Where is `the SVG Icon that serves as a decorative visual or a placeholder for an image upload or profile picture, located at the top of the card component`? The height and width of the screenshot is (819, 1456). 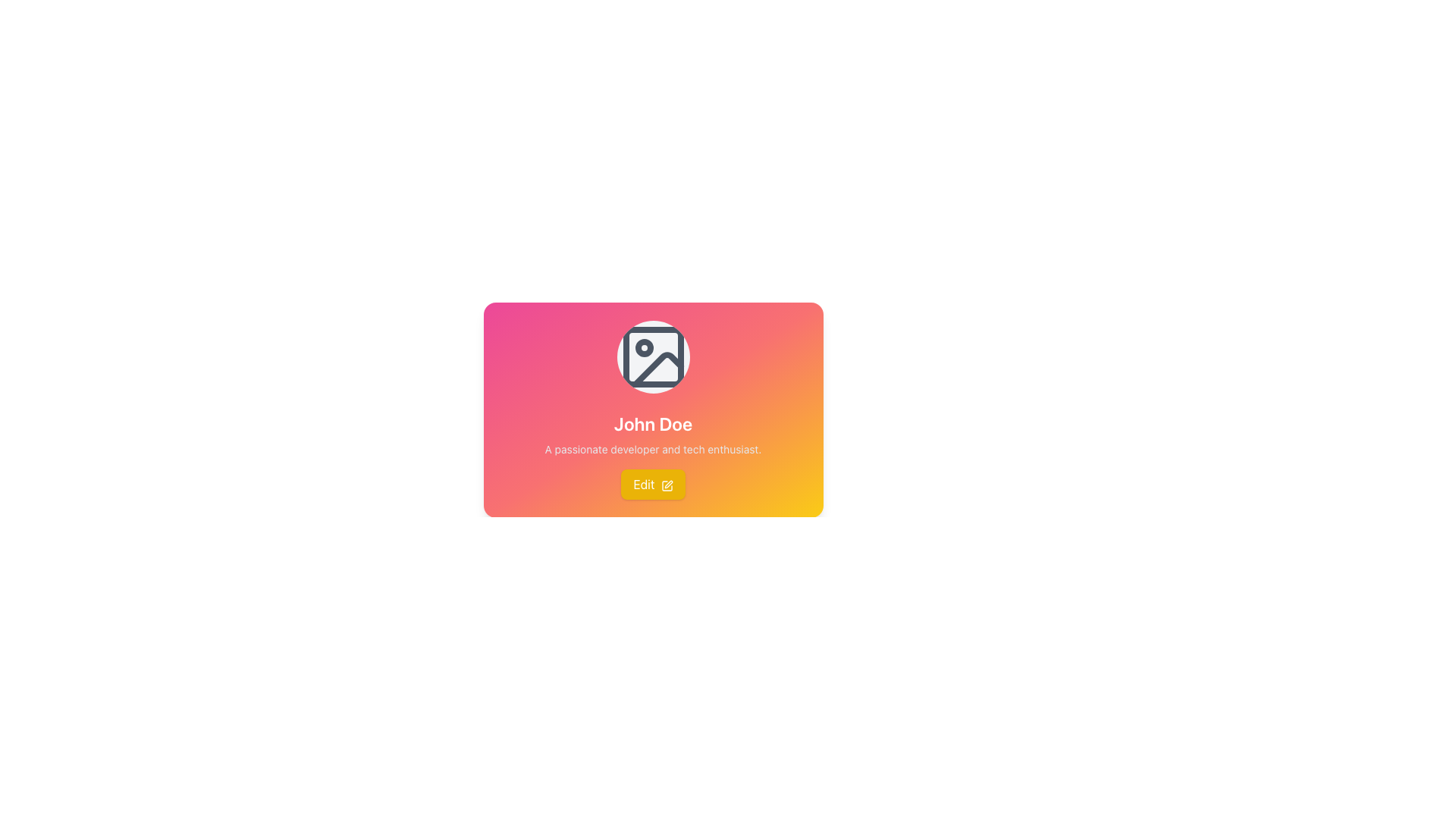
the SVG Icon that serves as a decorative visual or a placeholder for an image upload or profile picture, located at the top of the card component is located at coordinates (653, 356).